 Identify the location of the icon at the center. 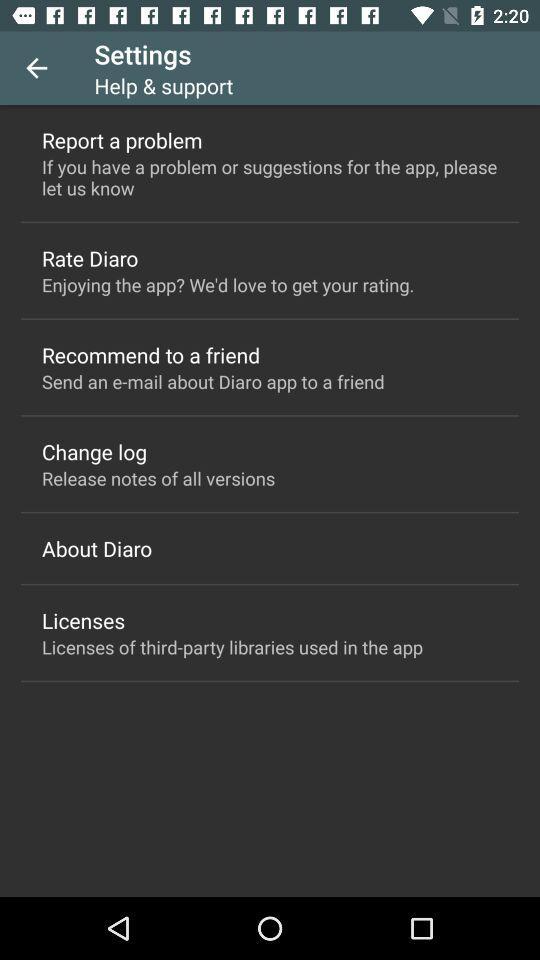
(212, 380).